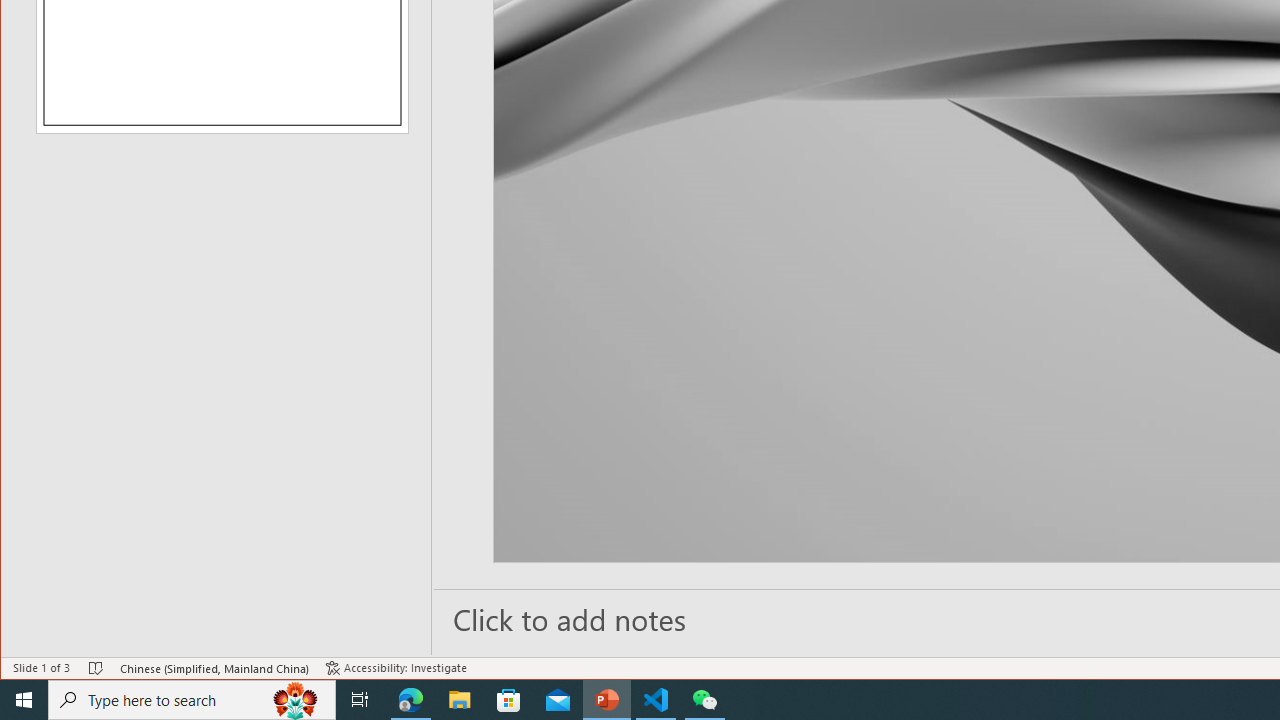 The image size is (1280, 720). I want to click on 'Search highlights icon opens search home window', so click(294, 698).